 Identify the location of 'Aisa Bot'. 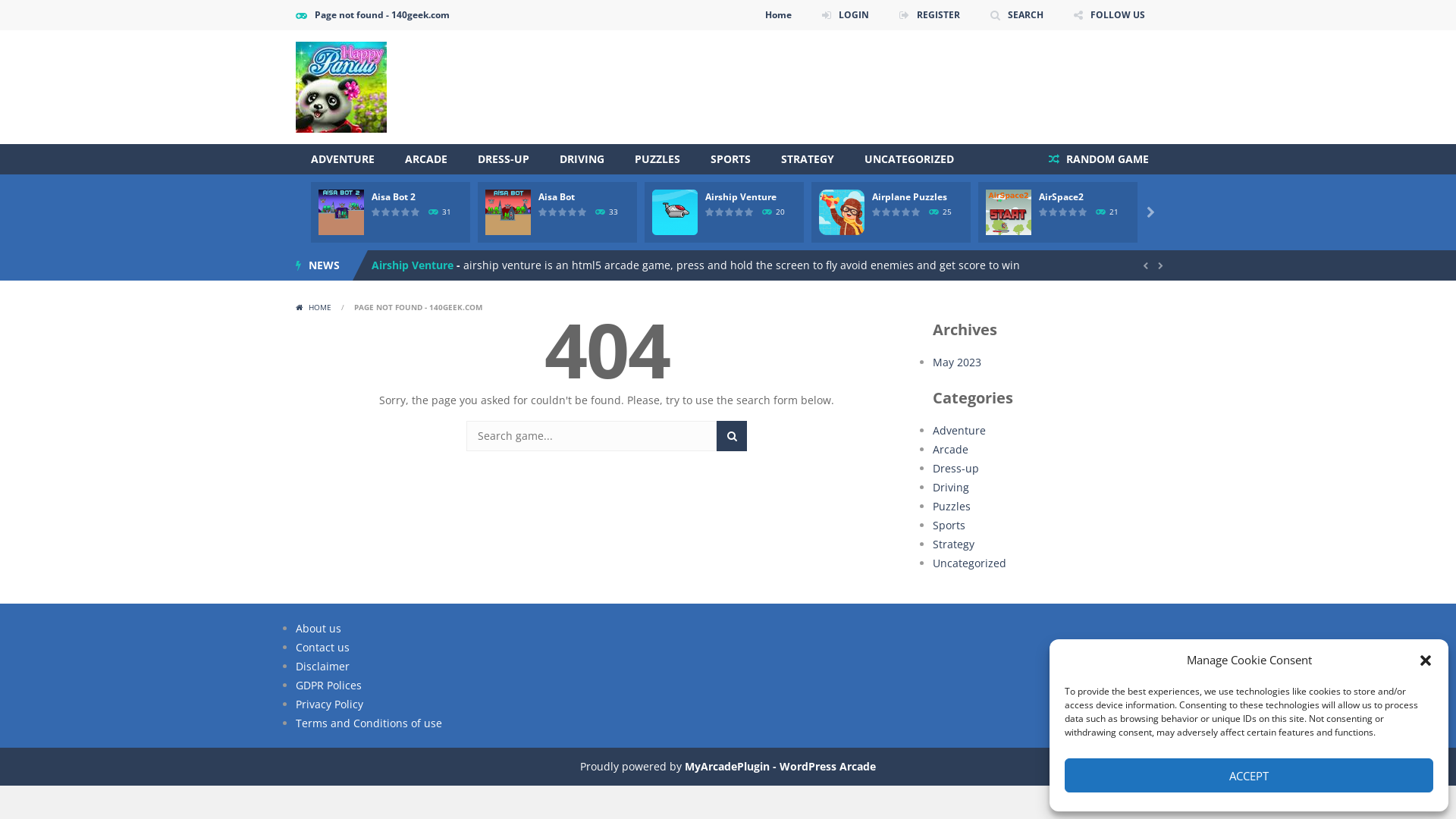
(538, 196).